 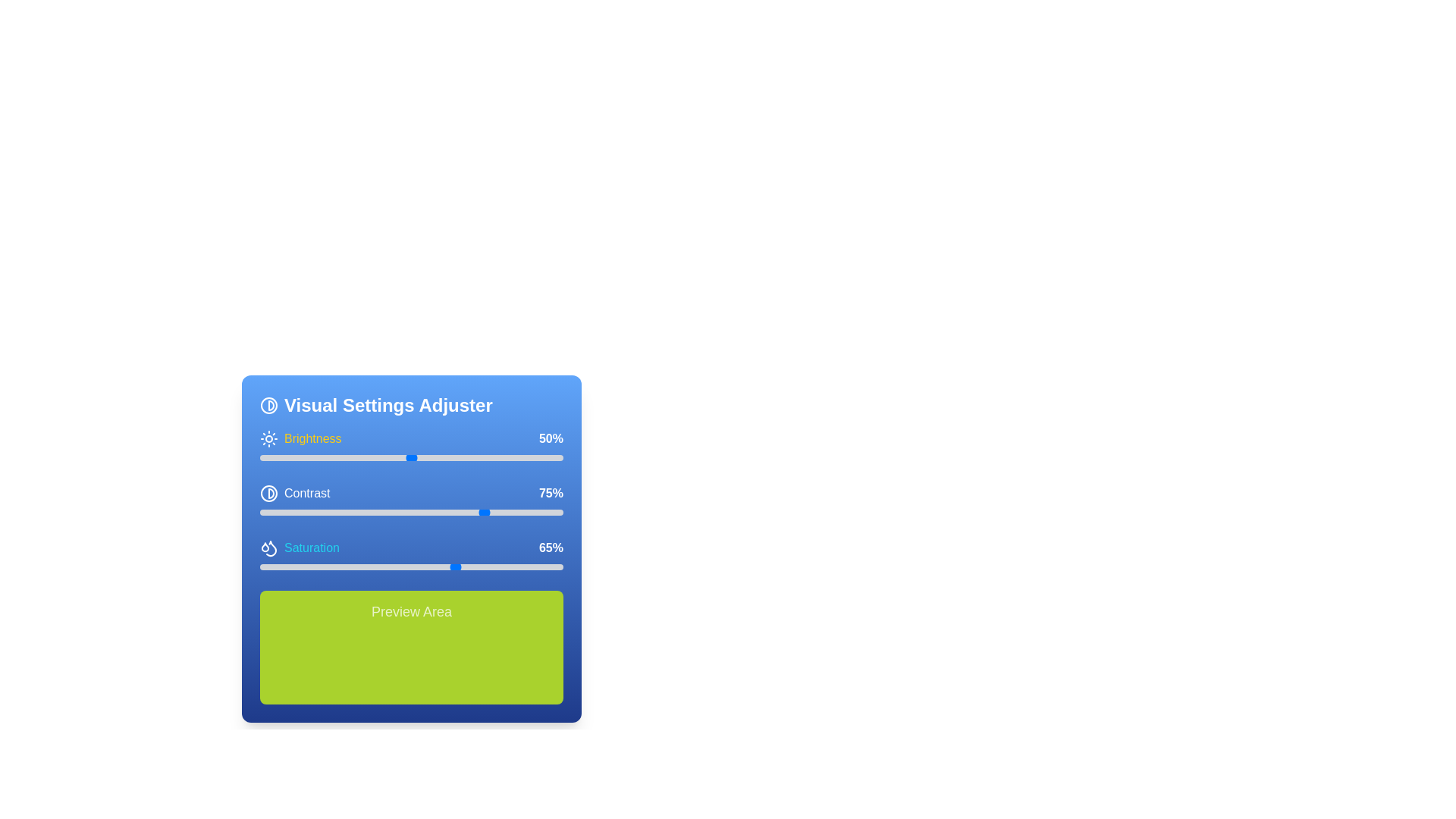 What do you see at coordinates (411, 647) in the screenshot?
I see `the preview display area located at the bottom of the 'Visual Settings Adjuster' section, which is directly below the interactive sliders for 'Saturation,' 'Contrast,' and 'Brightness.'` at bounding box center [411, 647].